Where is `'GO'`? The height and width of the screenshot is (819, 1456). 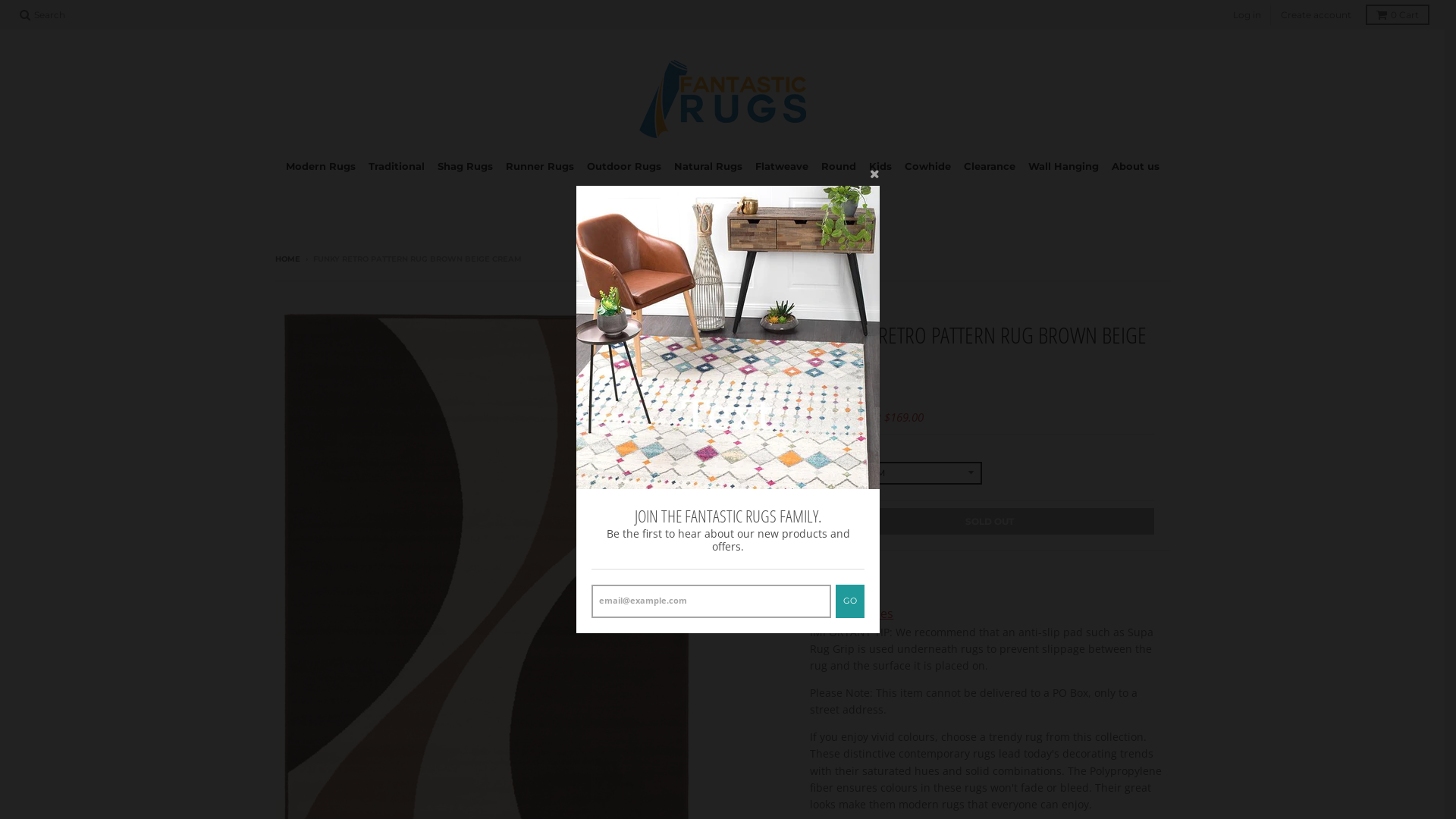
'GO' is located at coordinates (850, 601).